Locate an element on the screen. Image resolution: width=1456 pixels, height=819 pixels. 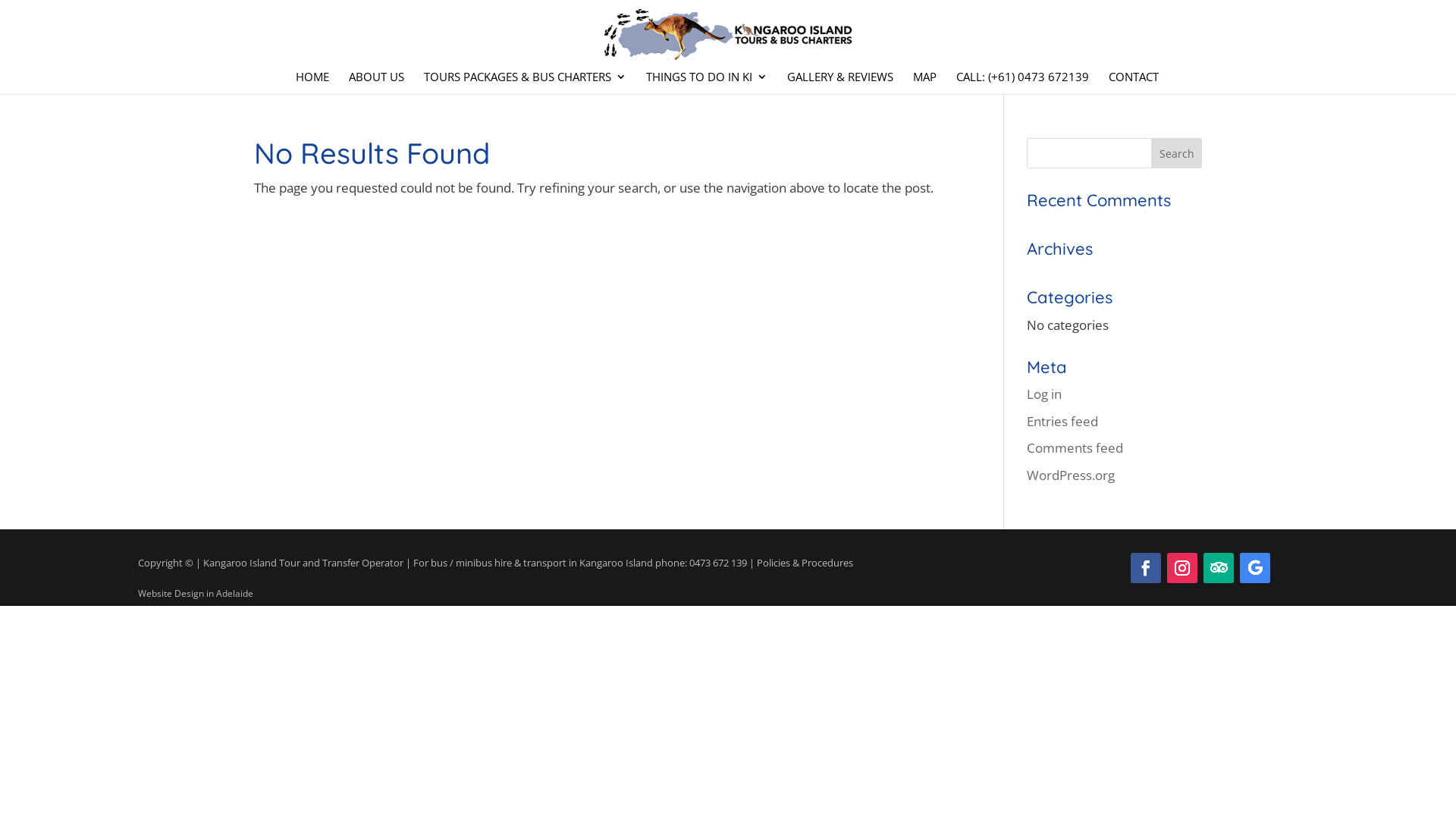
'Follow on Instagram' is located at coordinates (1181, 567).